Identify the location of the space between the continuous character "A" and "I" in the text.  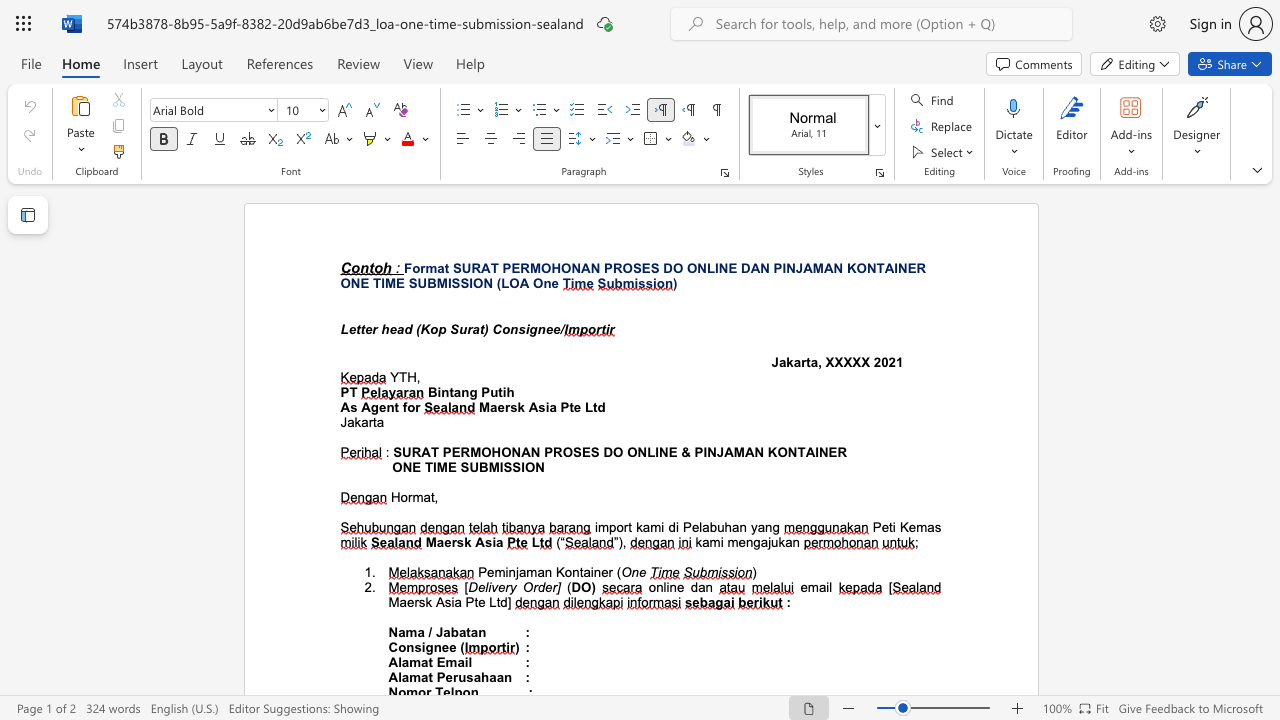
(813, 452).